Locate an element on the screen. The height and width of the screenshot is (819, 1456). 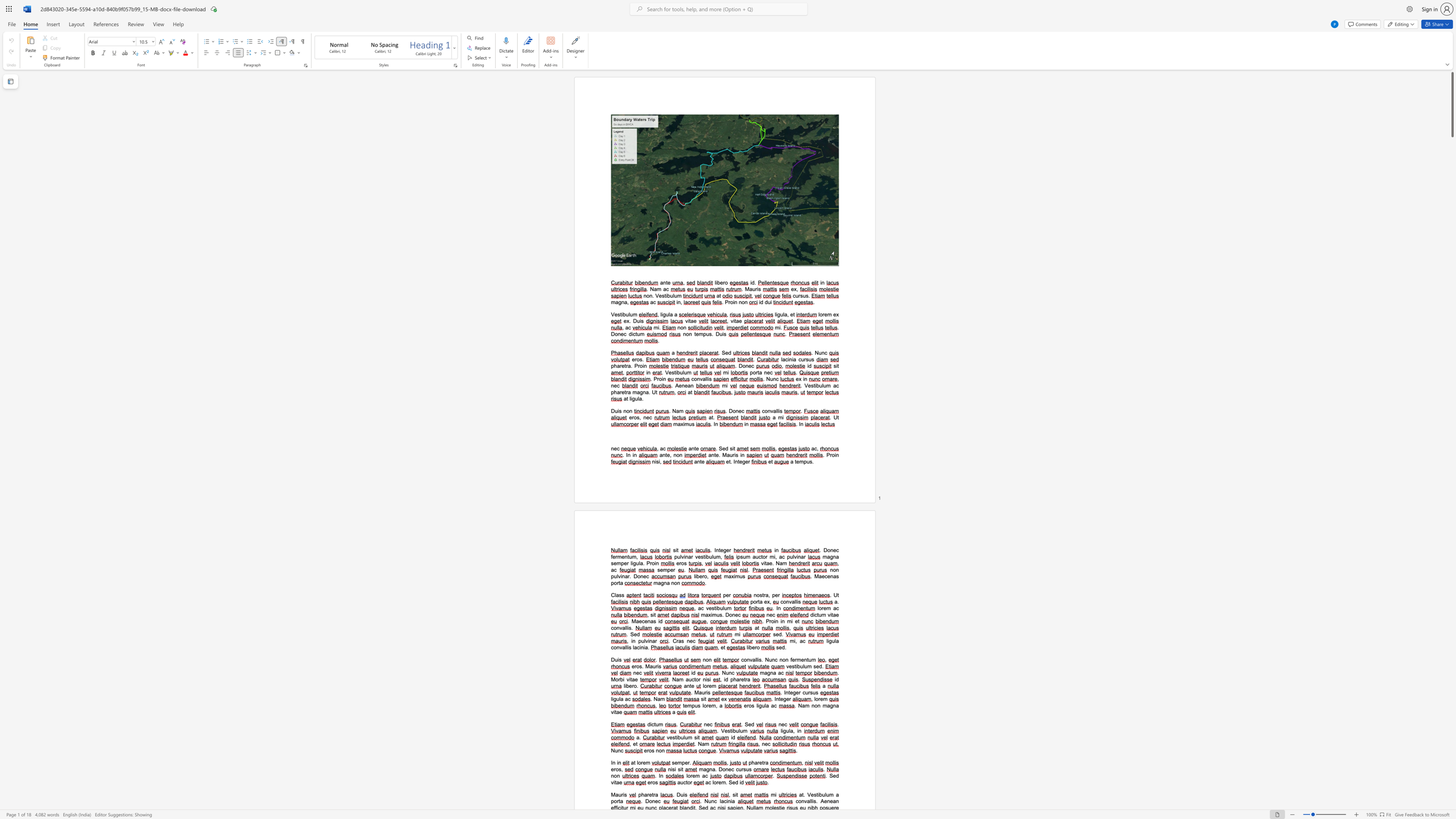
the space between the continuous character "r" and "o" in the text is located at coordinates (634, 417).